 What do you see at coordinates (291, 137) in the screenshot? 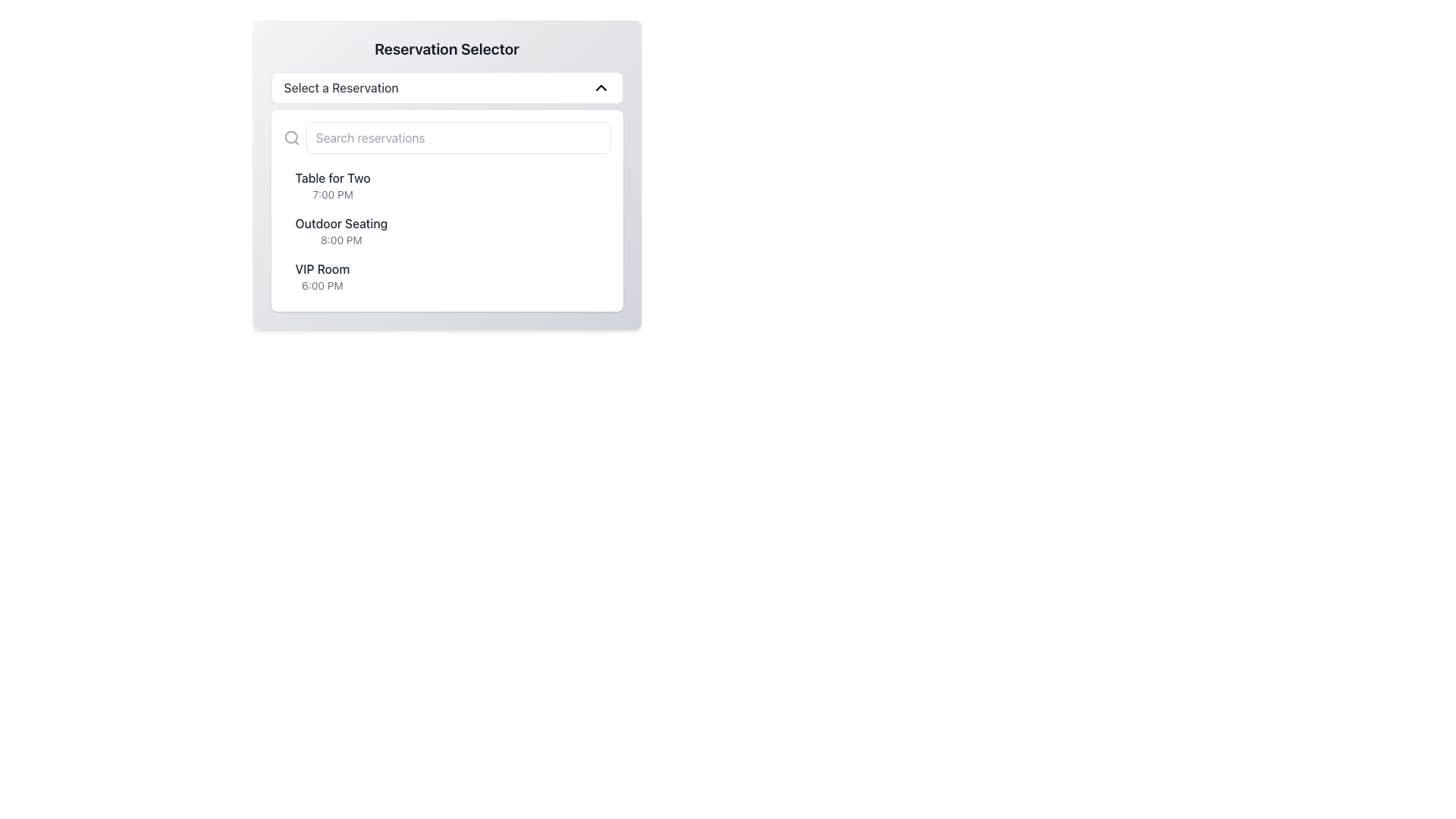
I see `the gray magnifying glass icon located to the left of the 'Search reservations' text placeholder` at bounding box center [291, 137].